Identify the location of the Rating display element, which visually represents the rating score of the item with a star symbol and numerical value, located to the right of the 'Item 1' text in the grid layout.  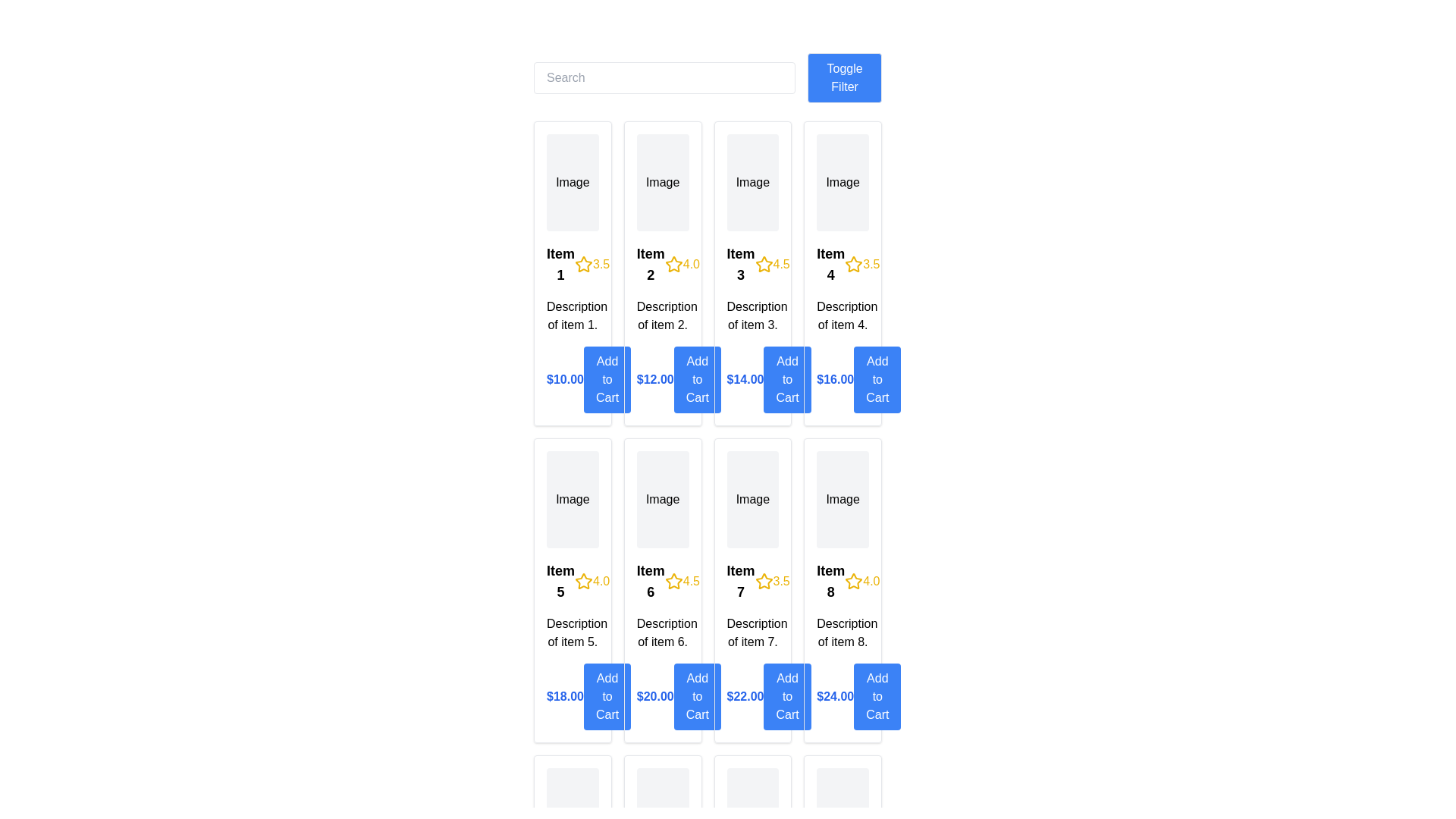
(591, 263).